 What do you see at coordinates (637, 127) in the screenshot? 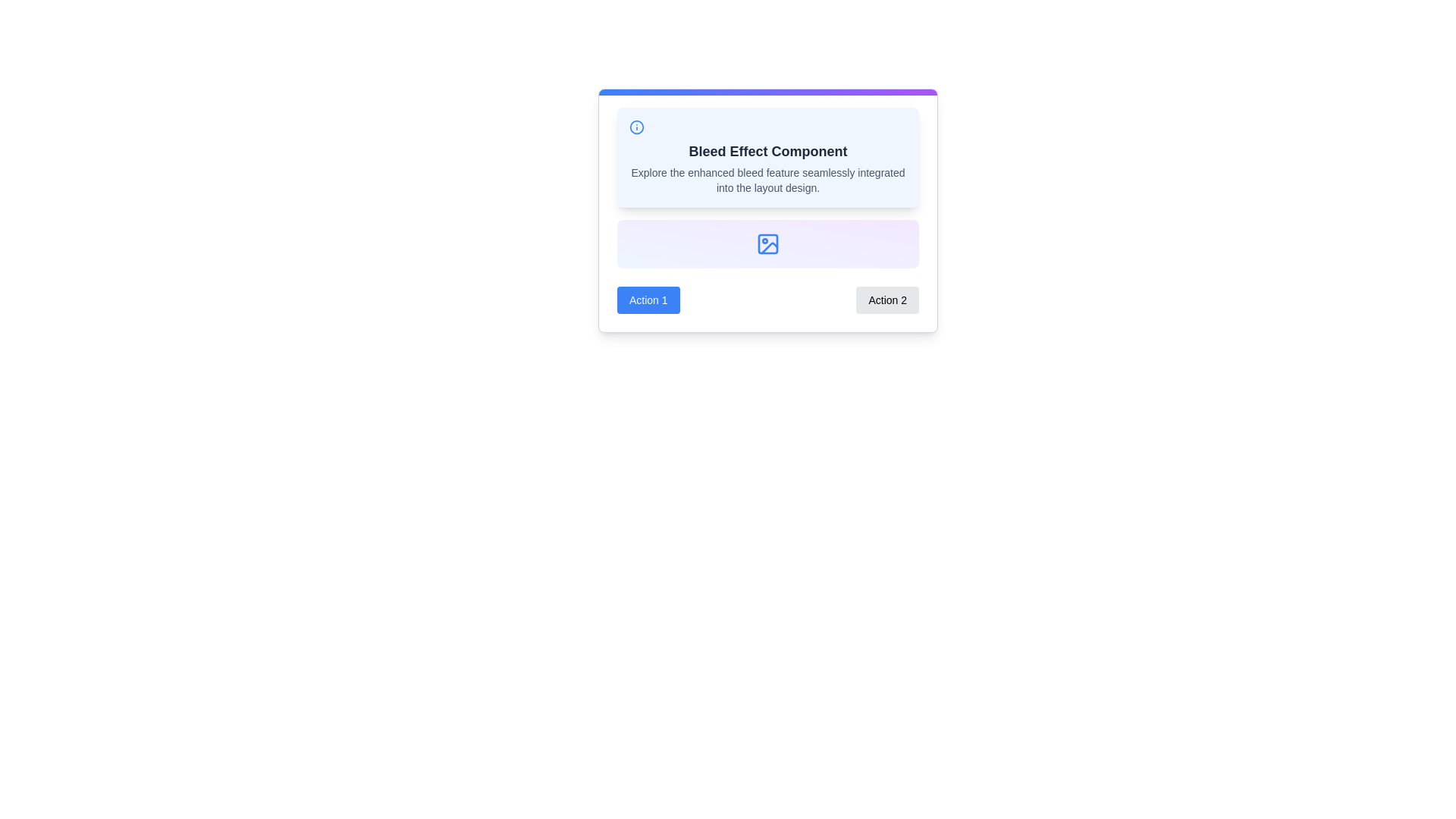
I see `the informational indicator icon located at the top-left corner of the card component, which is above the title 'Bleed Effect Component'` at bounding box center [637, 127].